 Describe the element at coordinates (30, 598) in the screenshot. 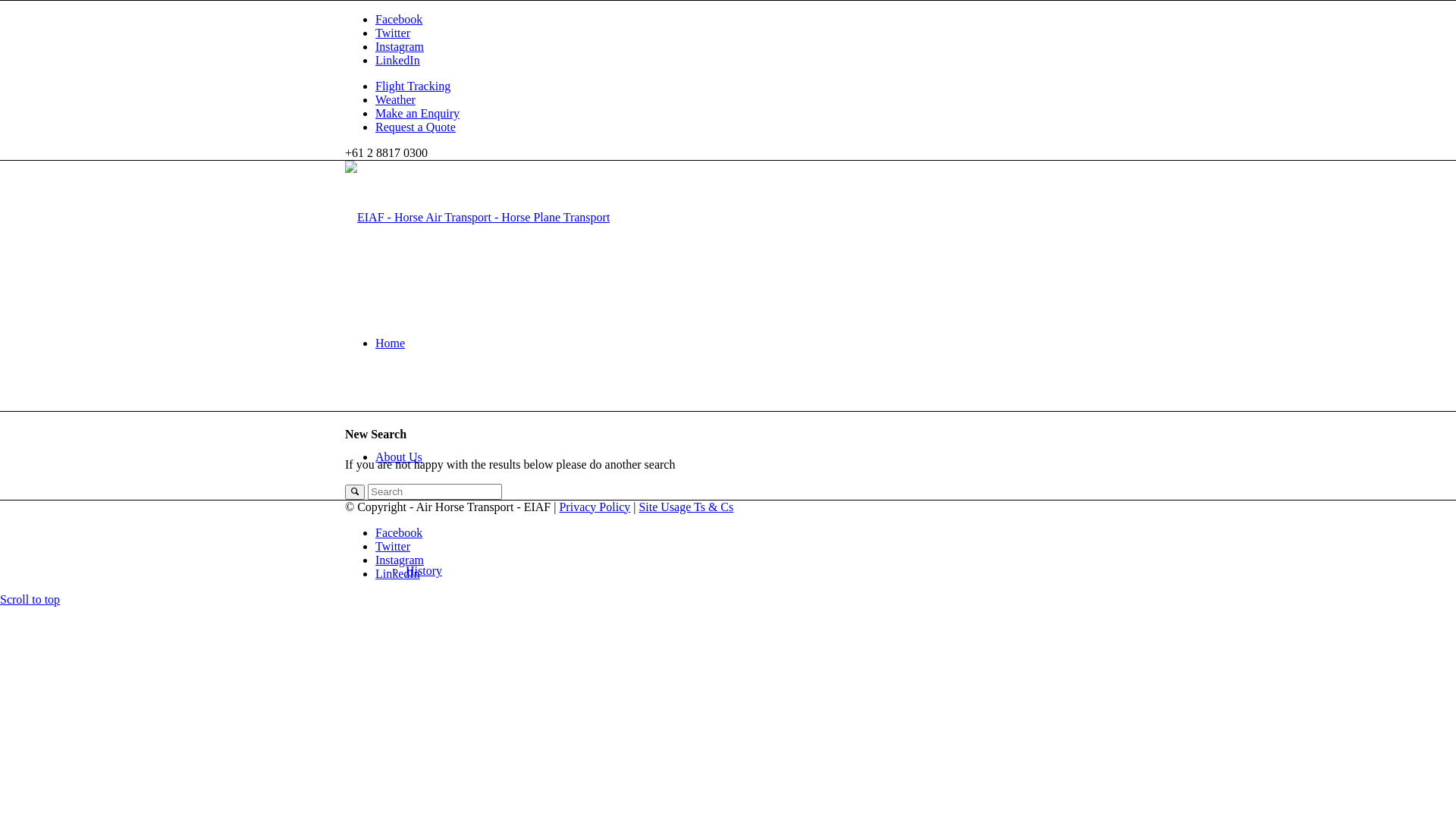

I see `'Scroll to top'` at that location.